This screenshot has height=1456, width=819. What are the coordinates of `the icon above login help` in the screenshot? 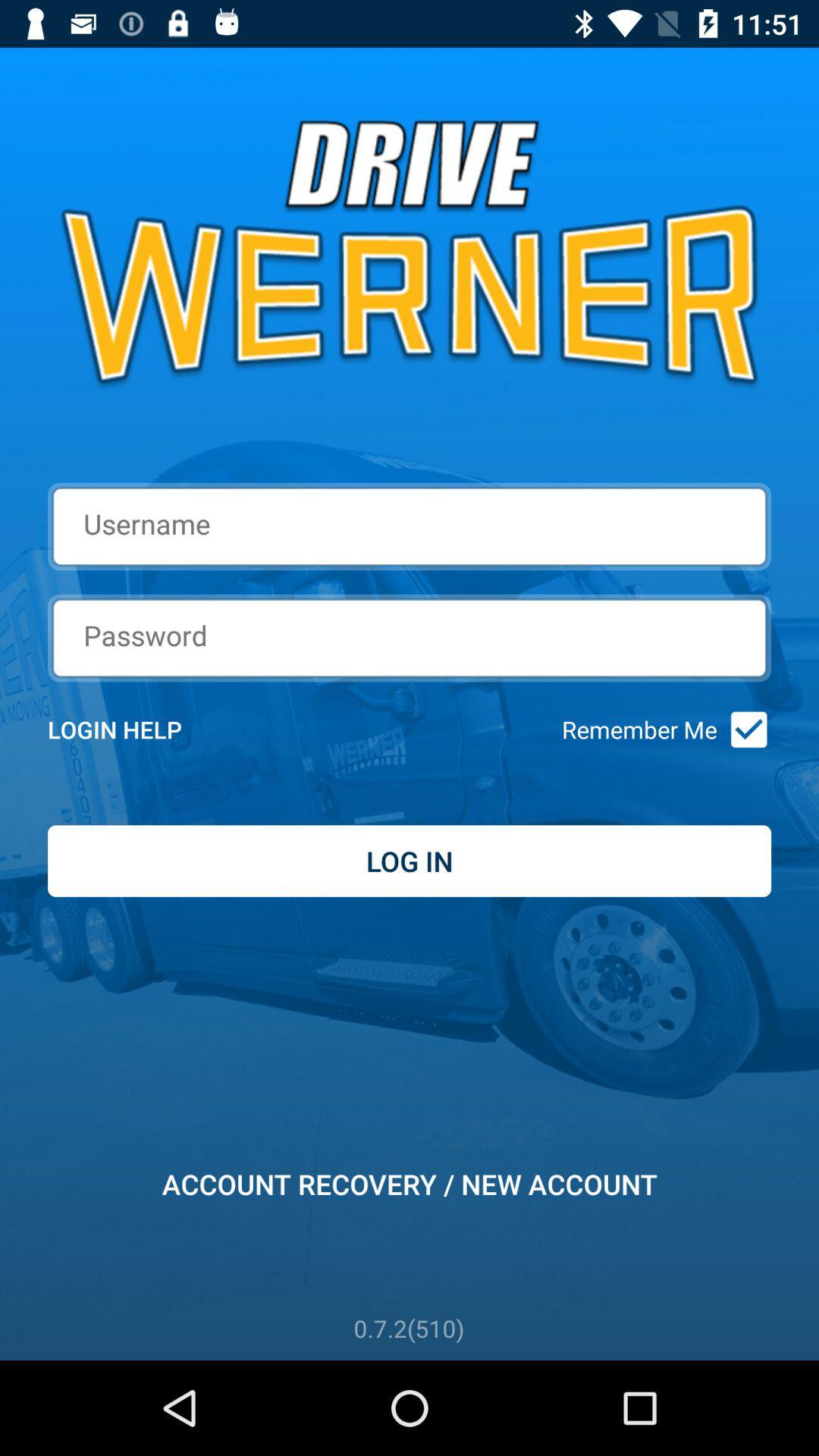 It's located at (409, 638).